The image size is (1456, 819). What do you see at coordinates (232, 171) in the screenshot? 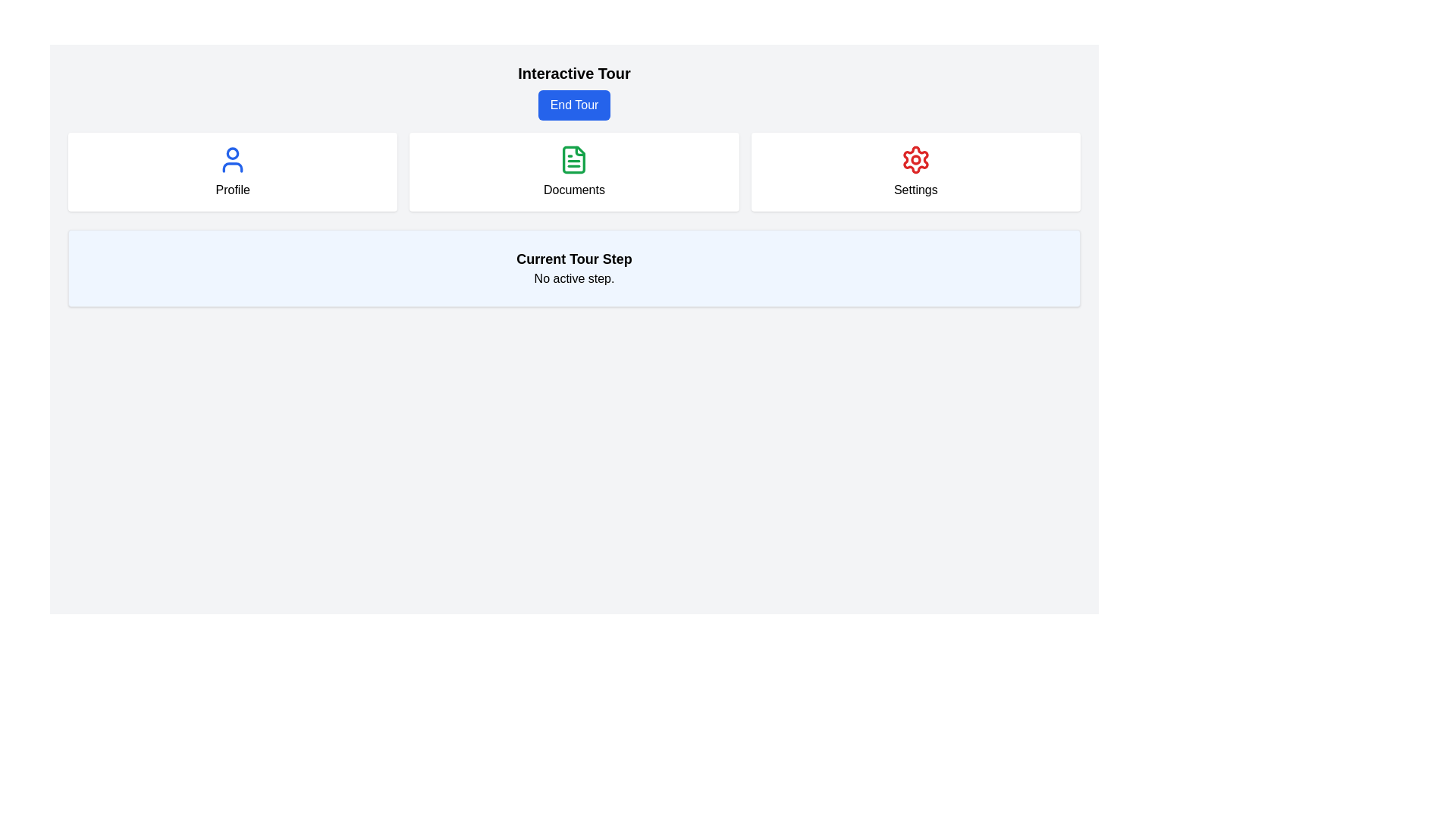
I see `the clickable card or button located in the top-left section of the interface` at bounding box center [232, 171].